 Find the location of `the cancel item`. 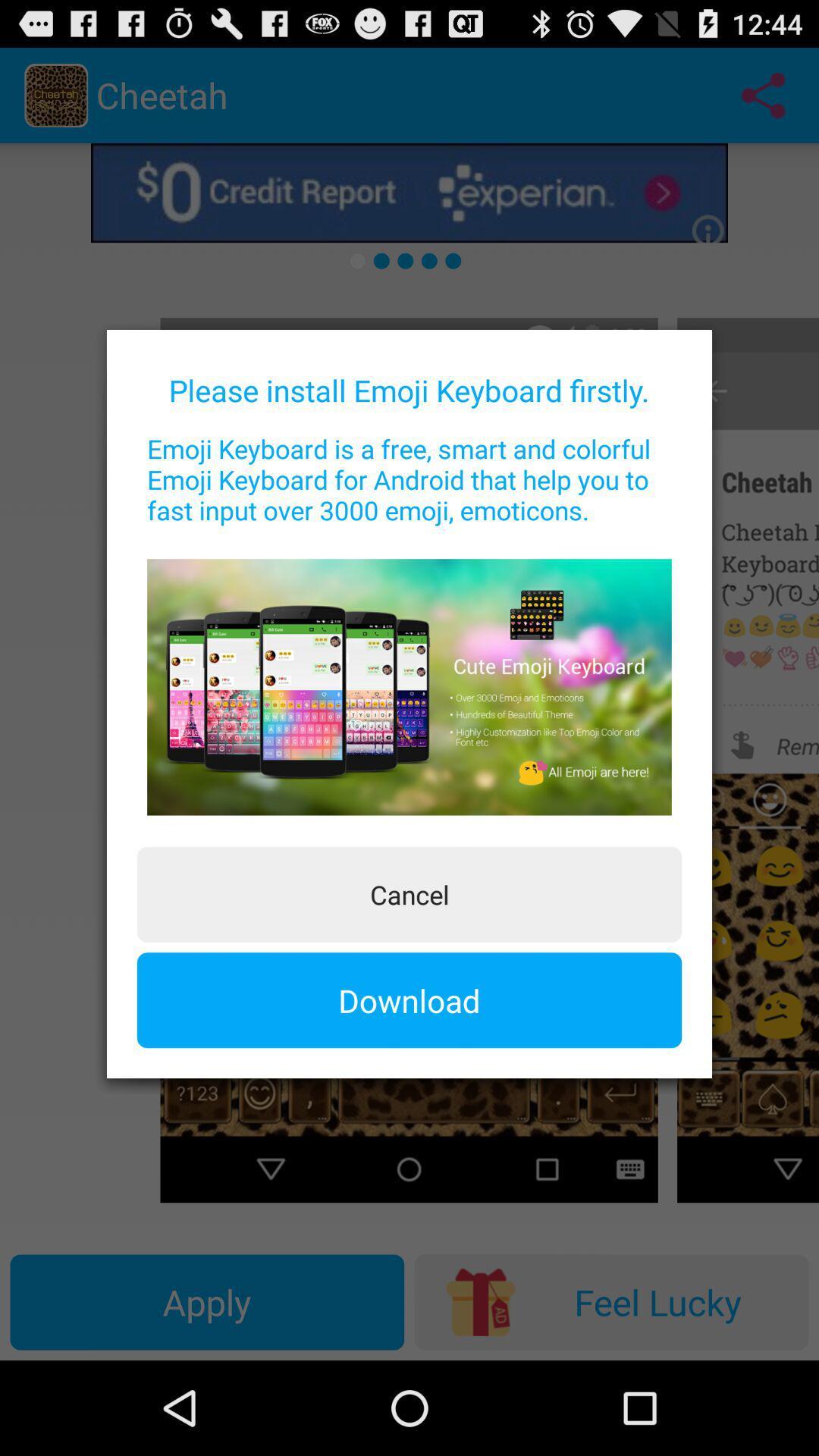

the cancel item is located at coordinates (409, 894).